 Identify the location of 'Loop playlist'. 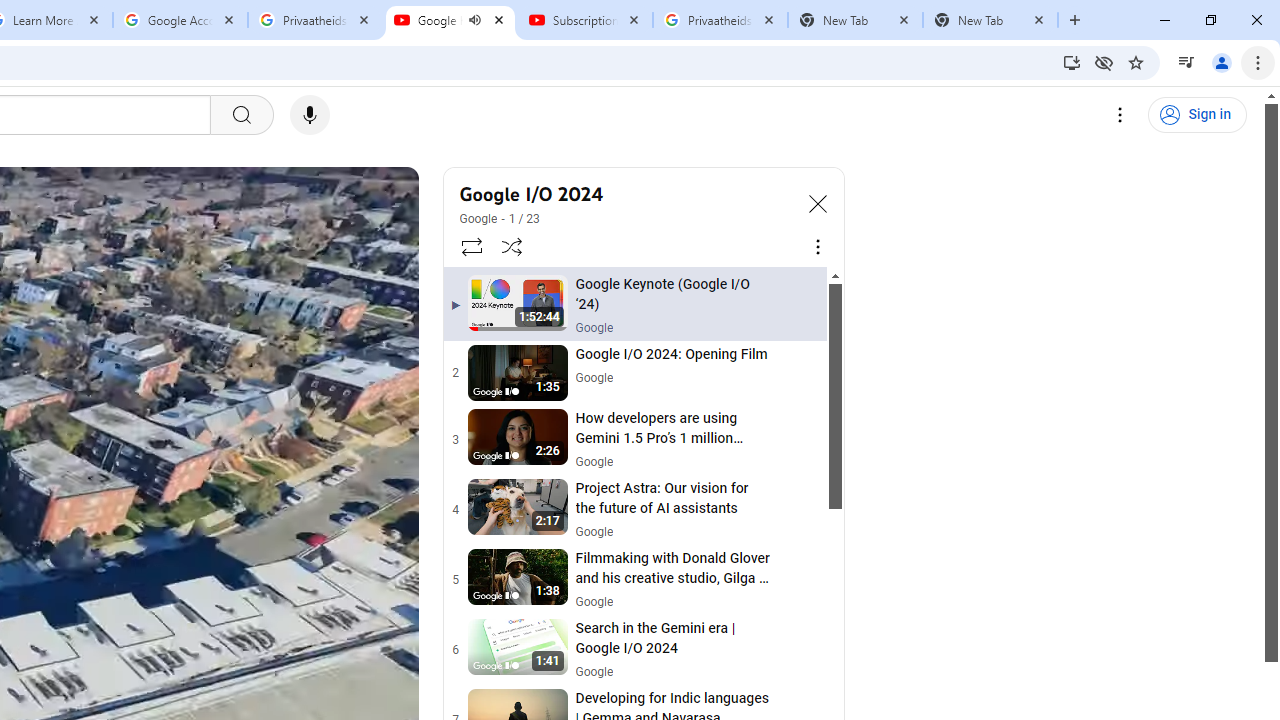
(470, 245).